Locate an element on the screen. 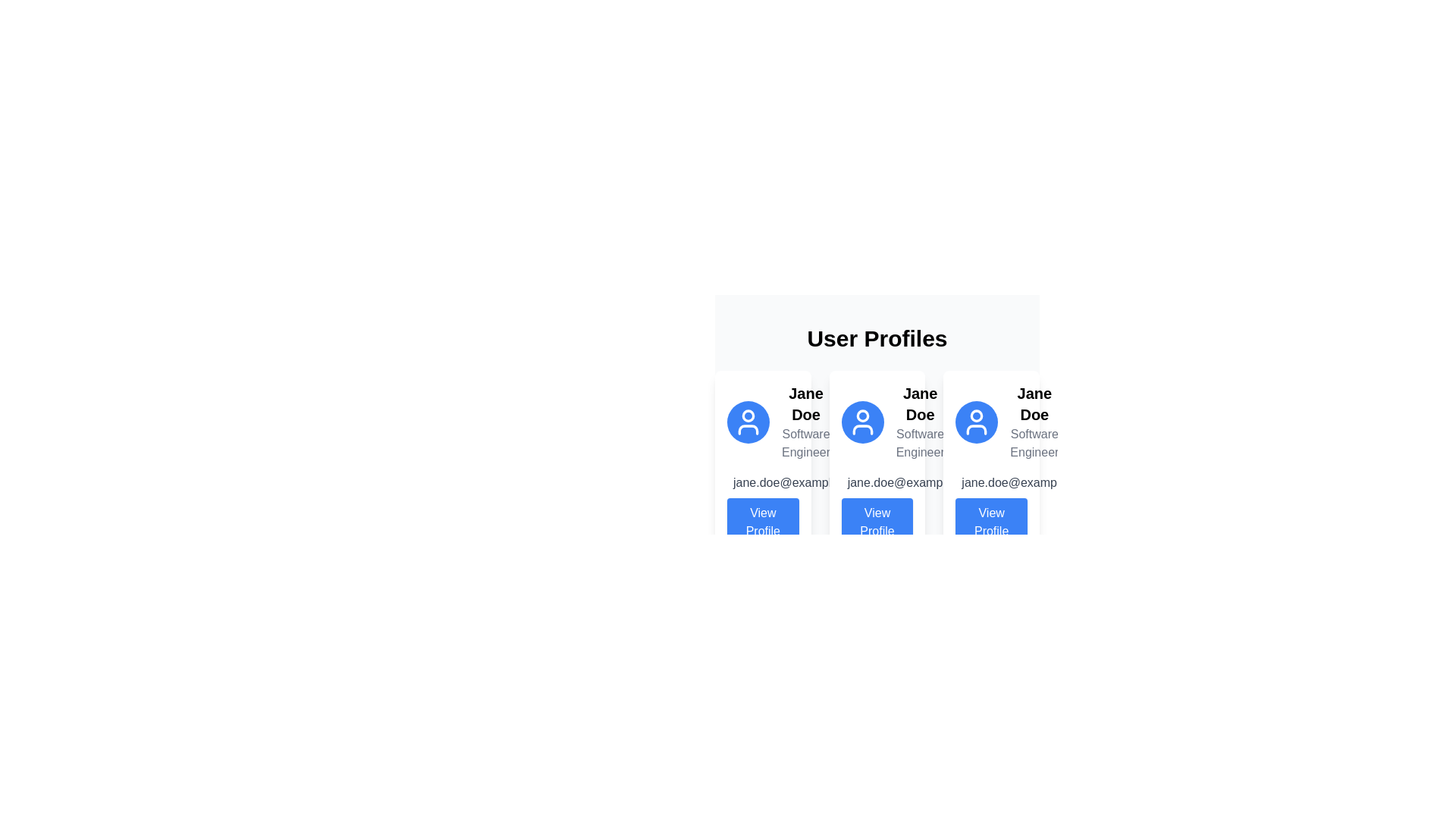 The height and width of the screenshot is (819, 1456). properties of the Text element that displays 'Jane Doe' as the header and 'Software Engineer' as the subtext, located in the first profile card beneath the avatar icon is located at coordinates (805, 422).